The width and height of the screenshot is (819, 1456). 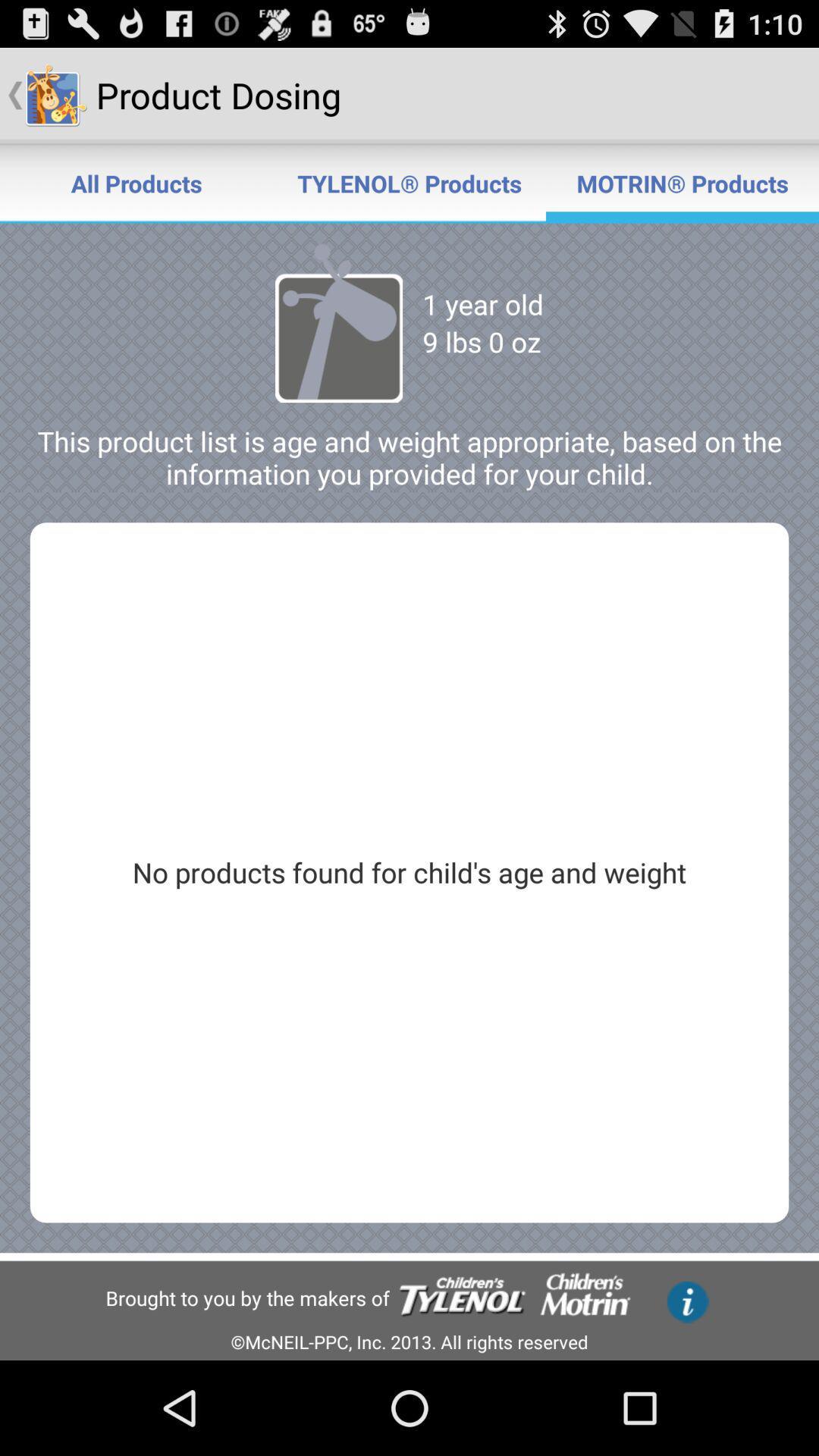 What do you see at coordinates (409, 182) in the screenshot?
I see `the item below product dosing app` at bounding box center [409, 182].